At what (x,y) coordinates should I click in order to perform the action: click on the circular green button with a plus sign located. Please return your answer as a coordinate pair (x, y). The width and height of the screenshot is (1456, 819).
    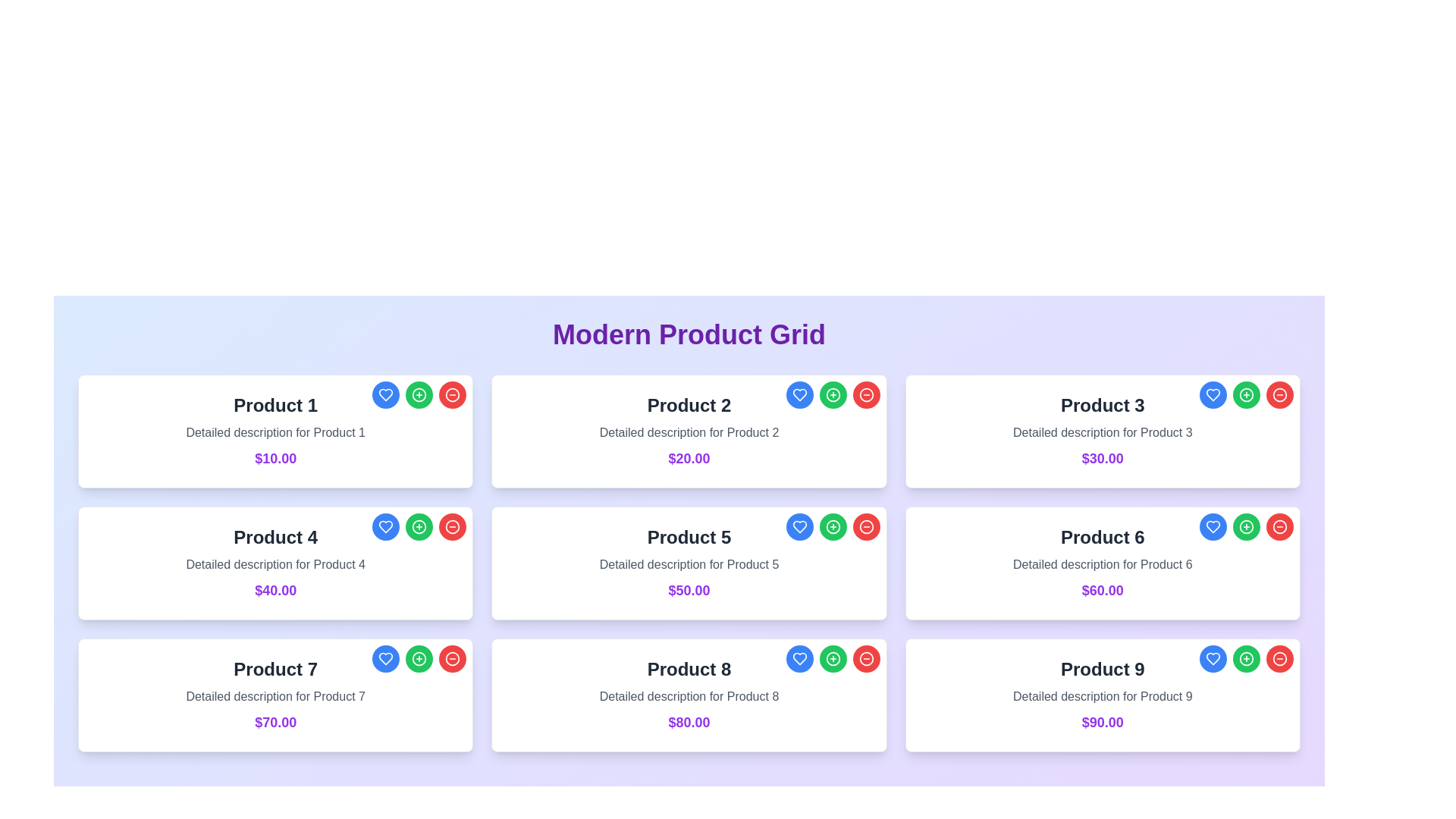
    Looking at the image, I should click on (419, 526).